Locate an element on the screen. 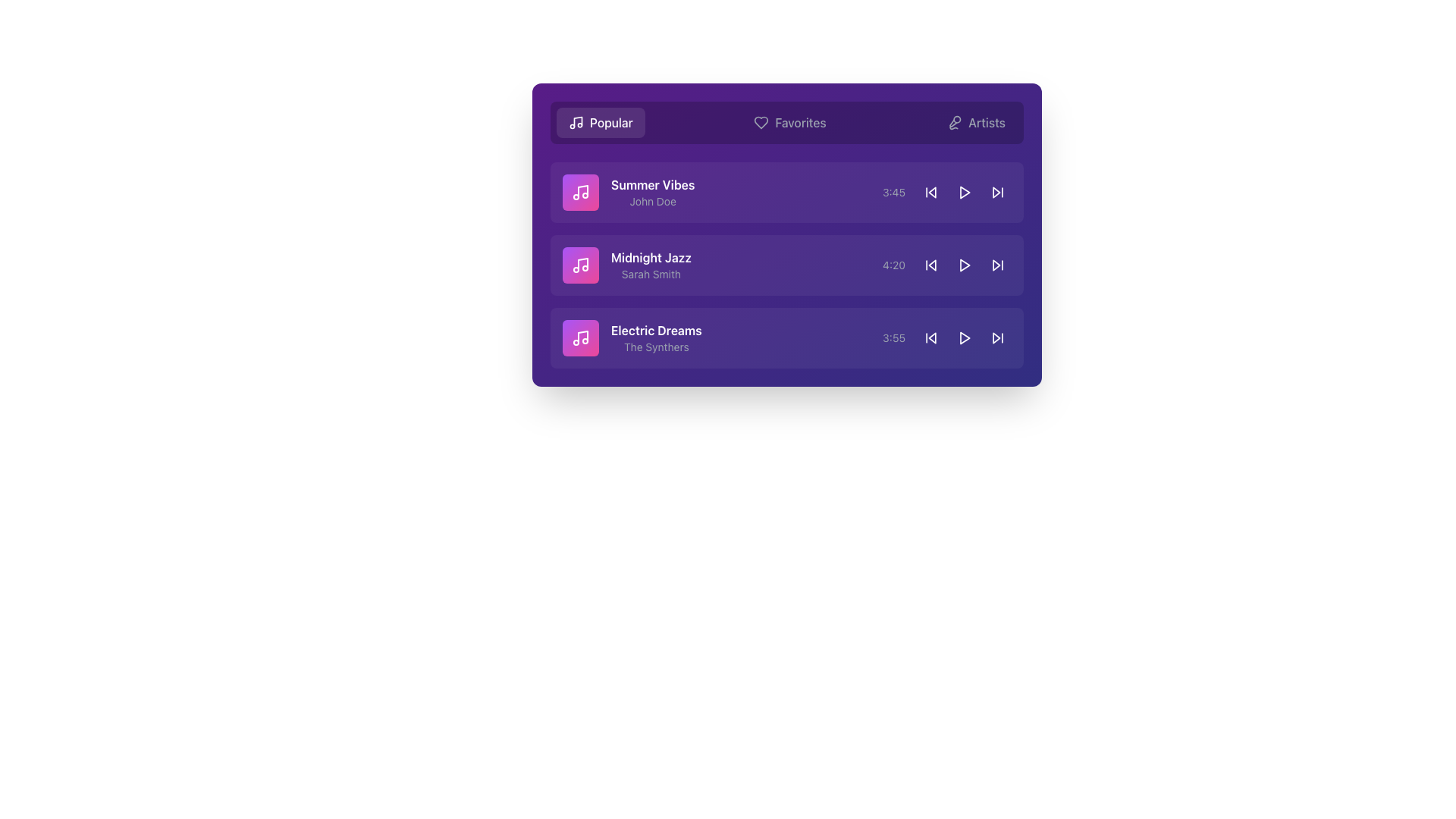 This screenshot has height=819, width=1456. the Icon Button used to skip to the next media item in the playlist is located at coordinates (997, 192).